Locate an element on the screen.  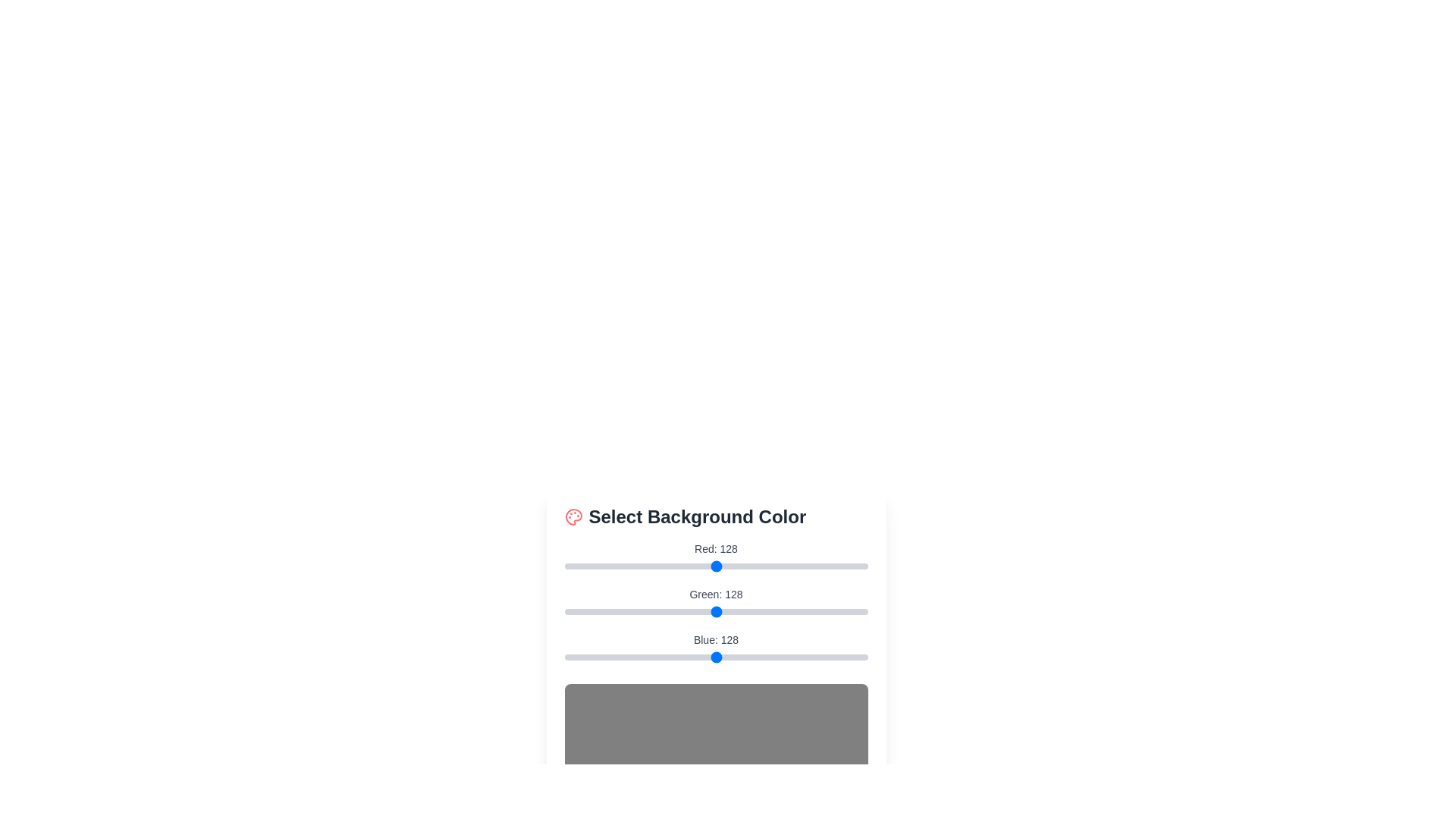
the green color slider to set the green component to 65 is located at coordinates (642, 610).